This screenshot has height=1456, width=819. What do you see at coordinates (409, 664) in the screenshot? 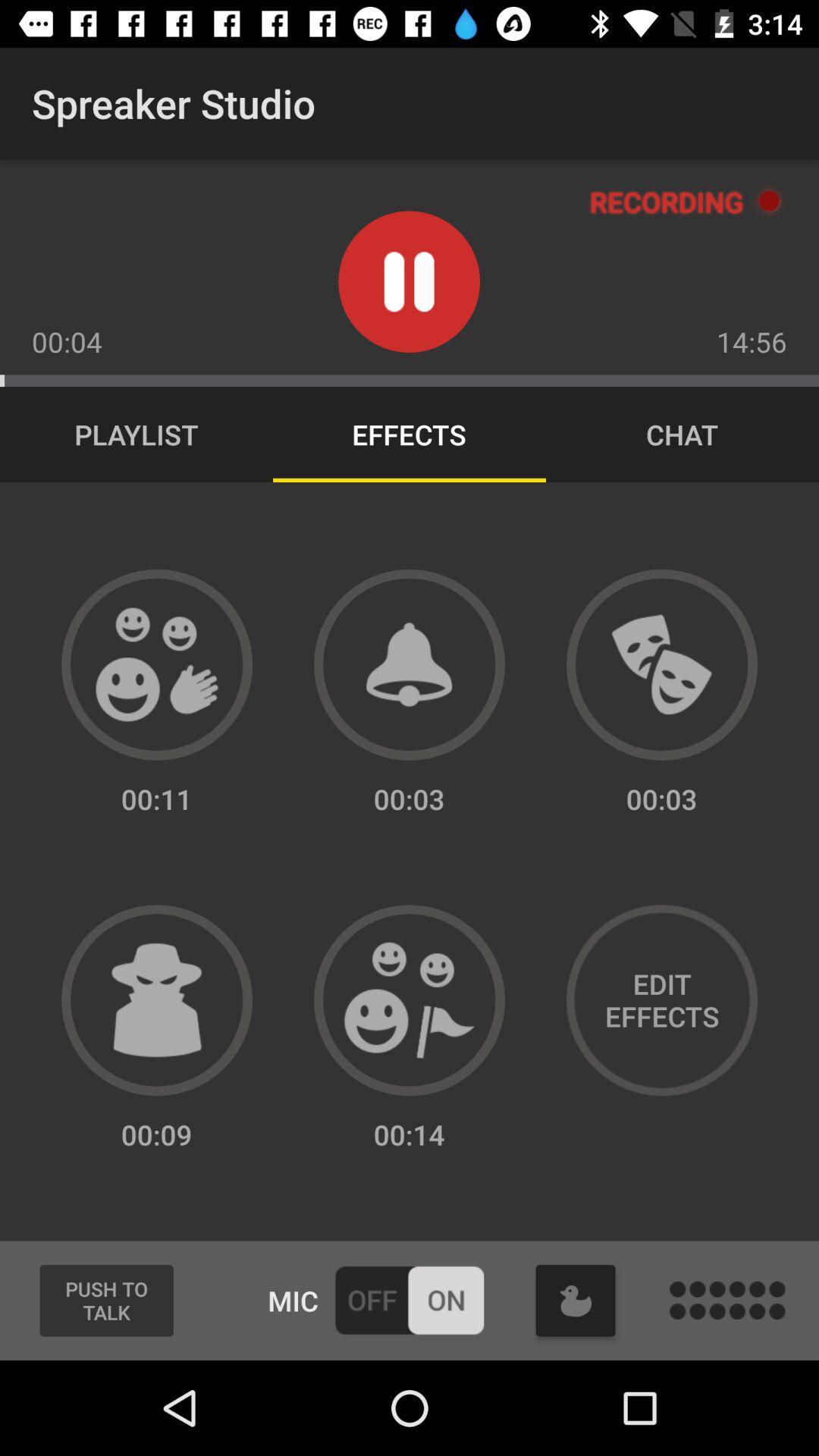
I see `ring bells` at bounding box center [409, 664].